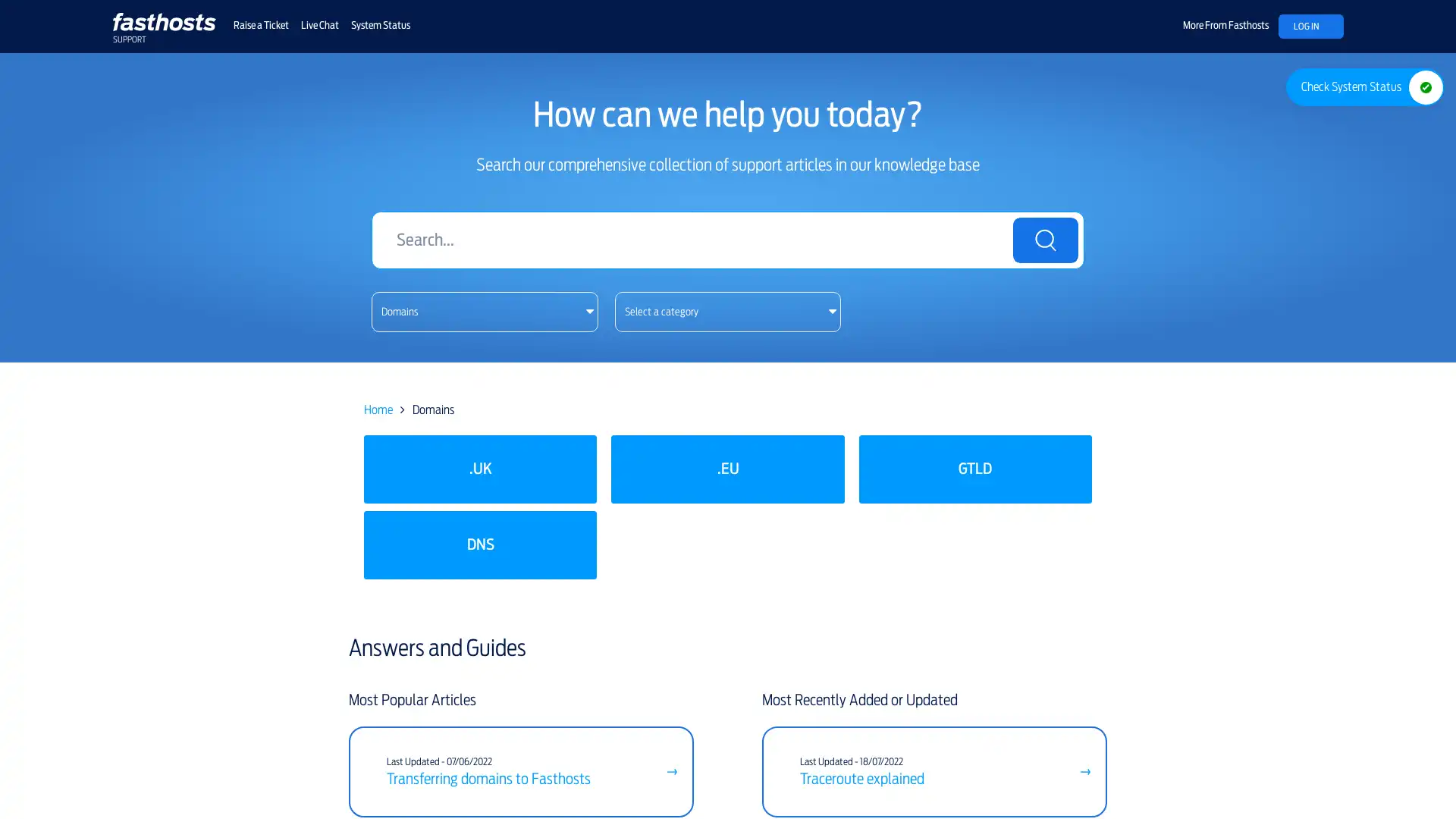  Describe the element at coordinates (726, 310) in the screenshot. I see `This button does not work with screen readers. Please use the previous link instead. Select a category` at that location.